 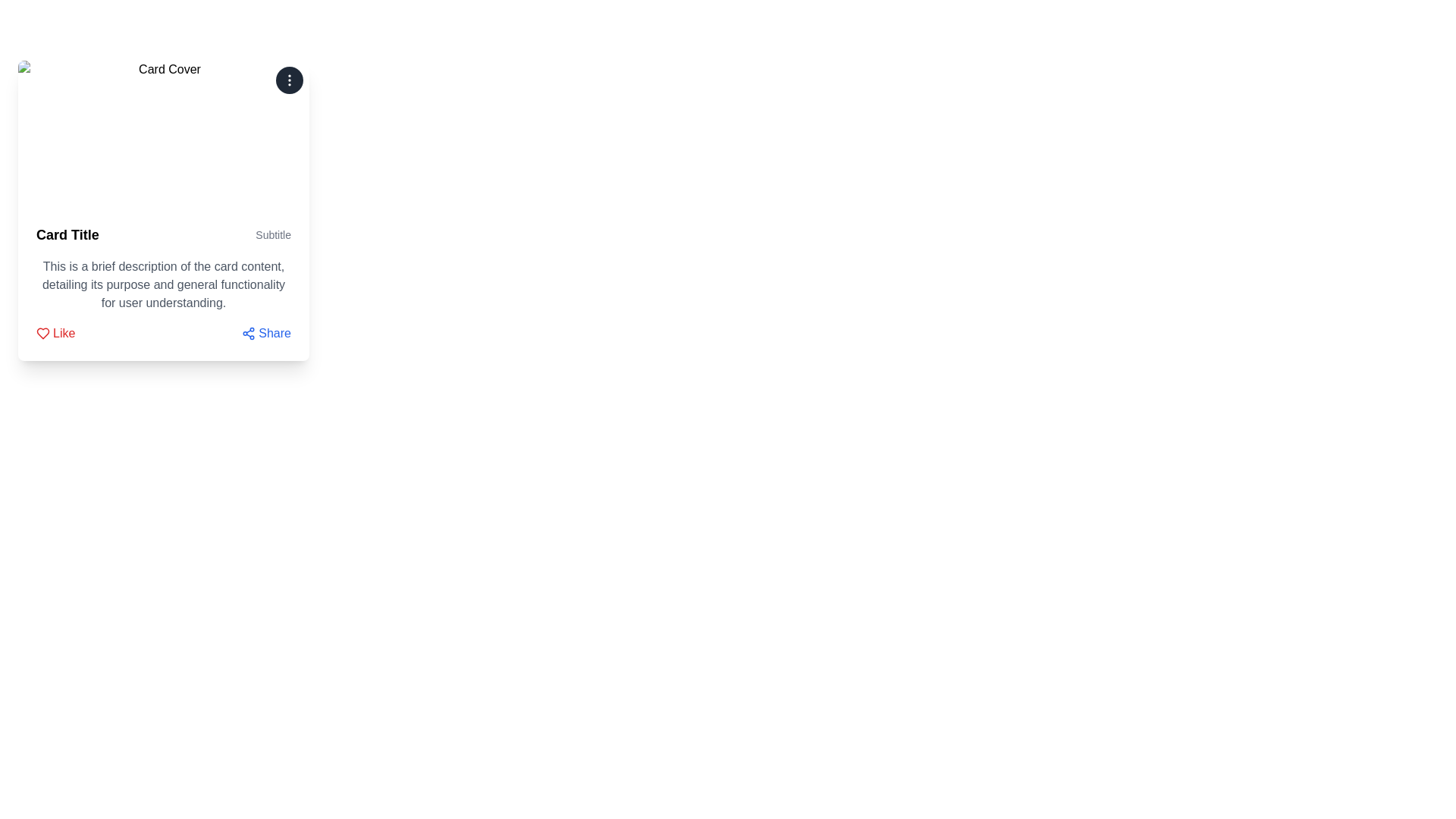 What do you see at coordinates (43, 332) in the screenshot?
I see `the heart icon located at the bottom-left corner of the card to interact with the 'Like' action` at bounding box center [43, 332].